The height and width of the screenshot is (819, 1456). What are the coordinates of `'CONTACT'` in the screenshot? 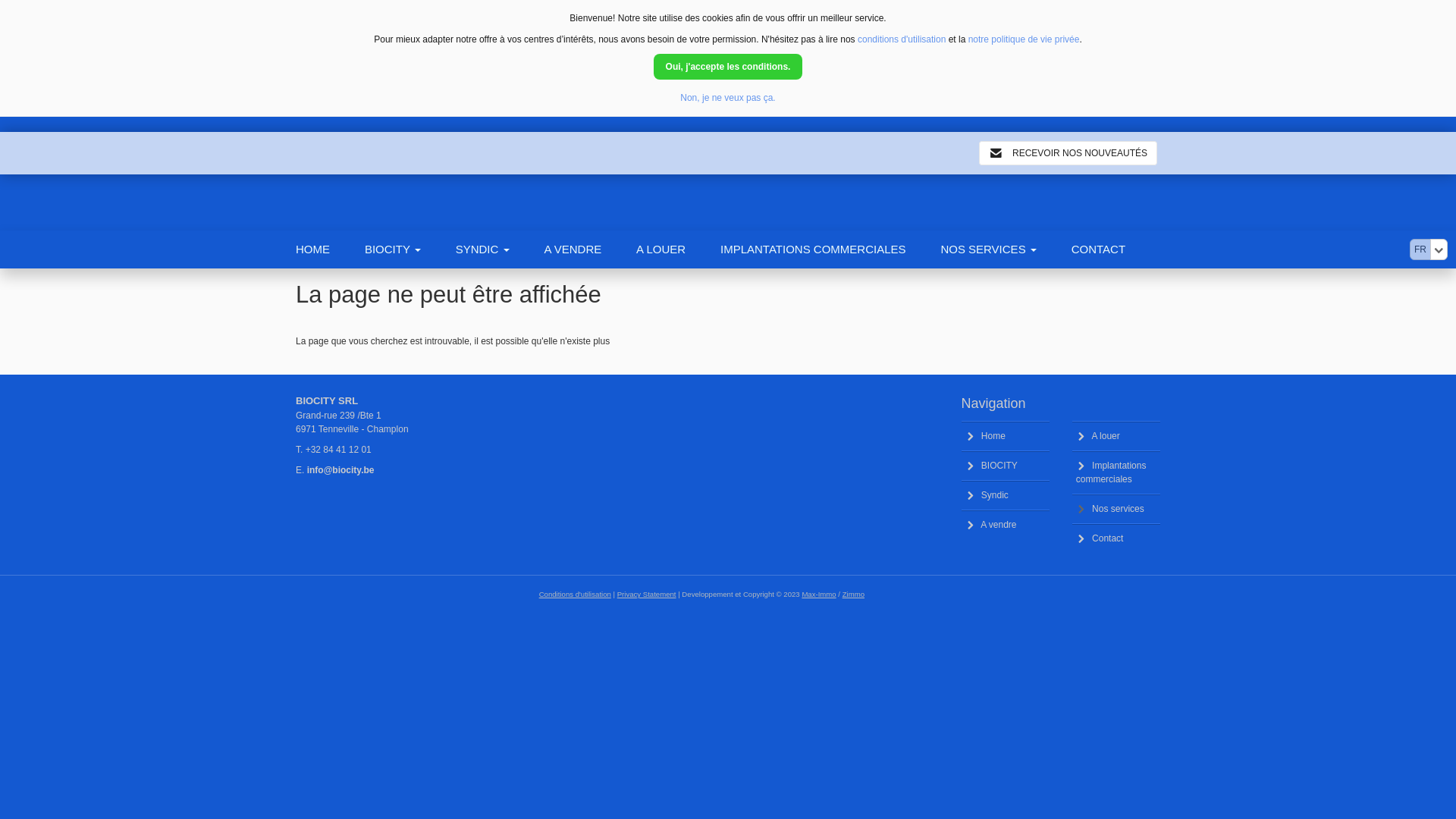 It's located at (1116, 248).